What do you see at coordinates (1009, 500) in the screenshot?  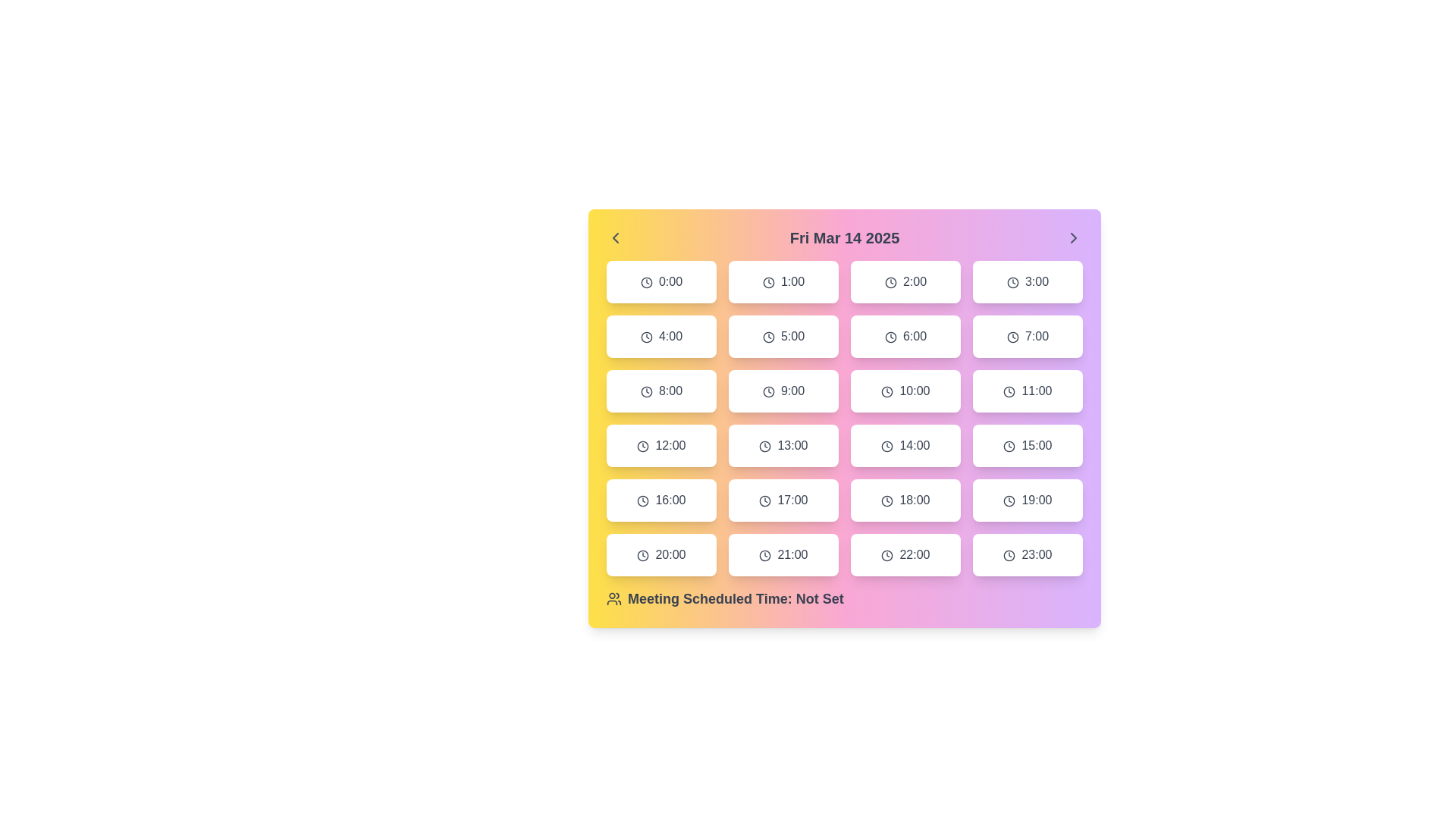 I see `the Circle element within the SVG Clock Icon associated with the time slot labeled '19:00', located in the fifth row and fourth column of the grid layout` at bounding box center [1009, 500].